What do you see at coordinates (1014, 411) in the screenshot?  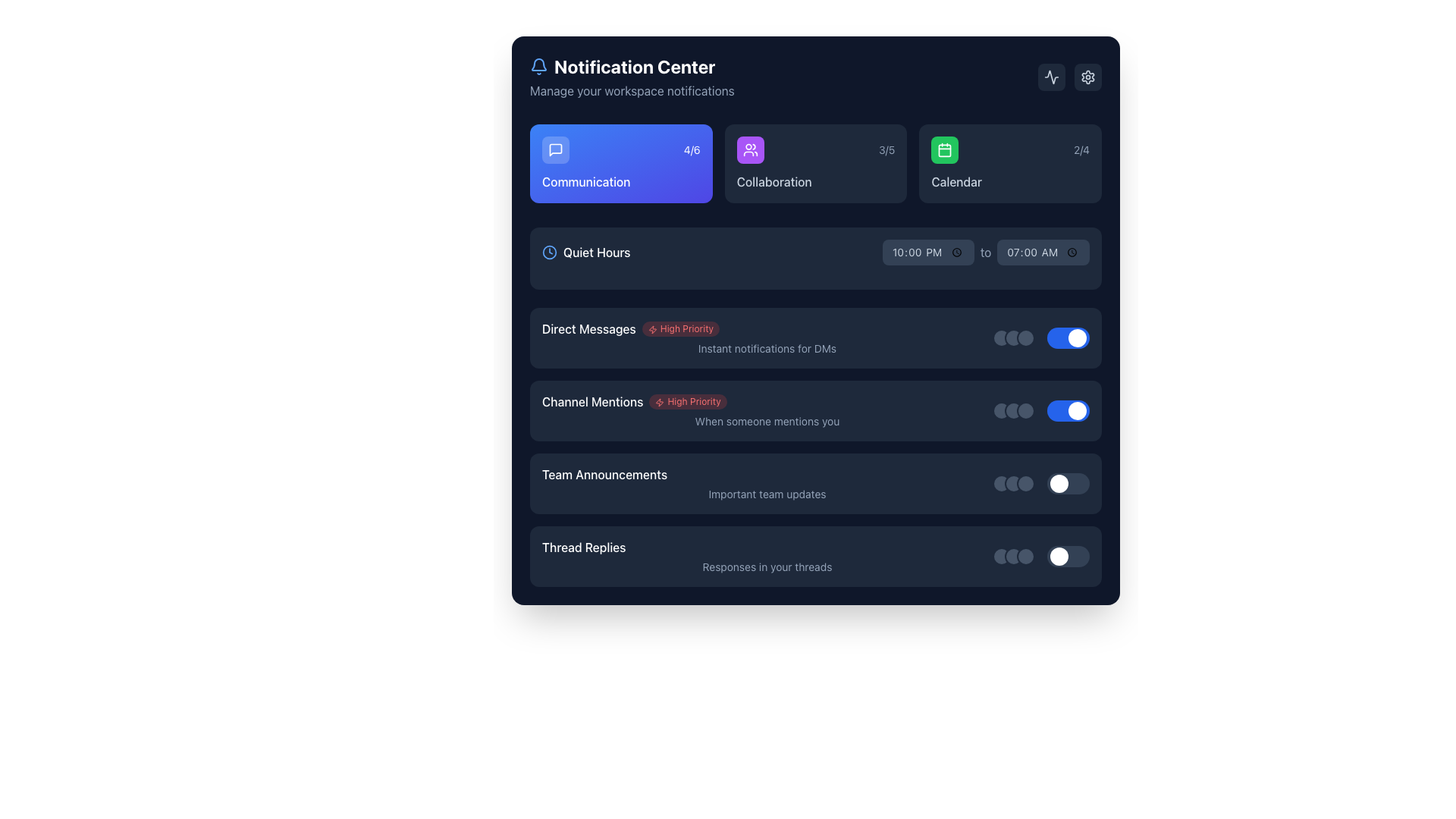 I see `the middle circular button in the group of three toggle options located in the right-hand section of the interface` at bounding box center [1014, 411].